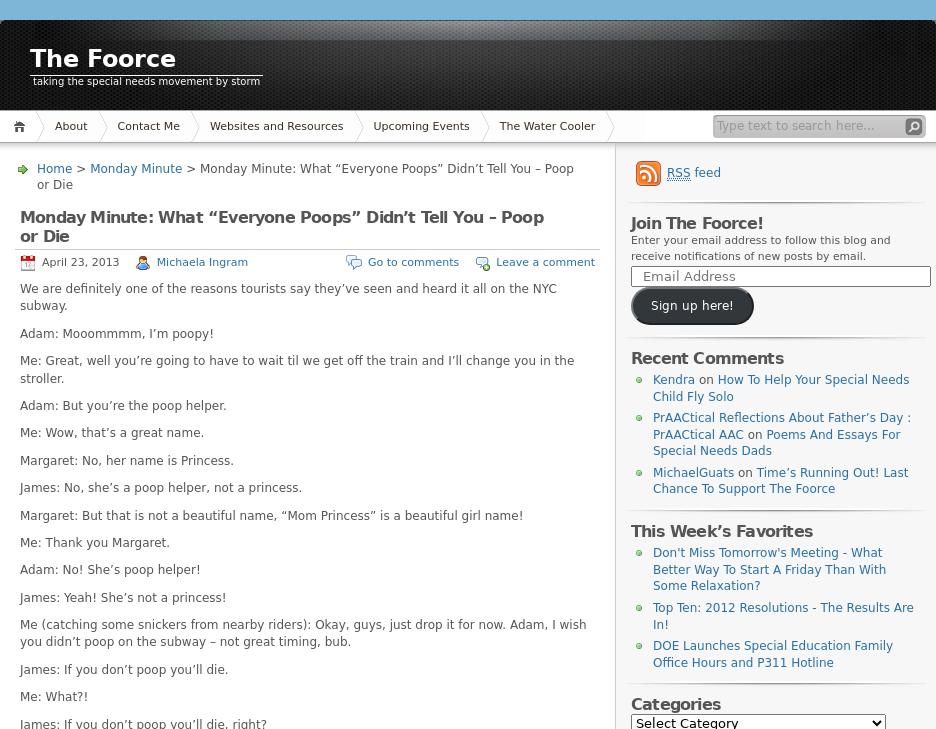  Describe the element at coordinates (675, 704) in the screenshot. I see `'Categories'` at that location.